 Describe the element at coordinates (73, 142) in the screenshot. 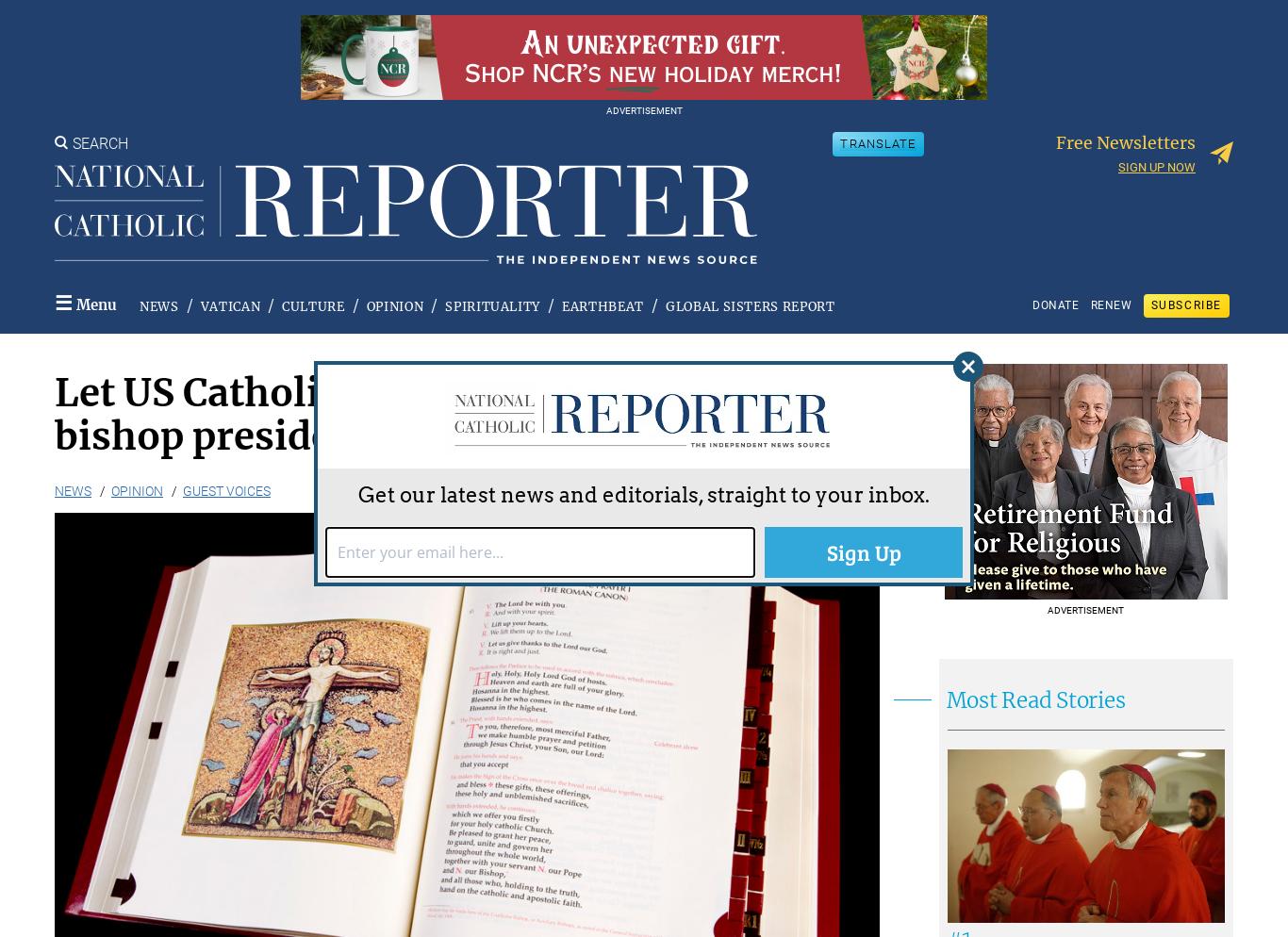

I see `'Search'` at that location.